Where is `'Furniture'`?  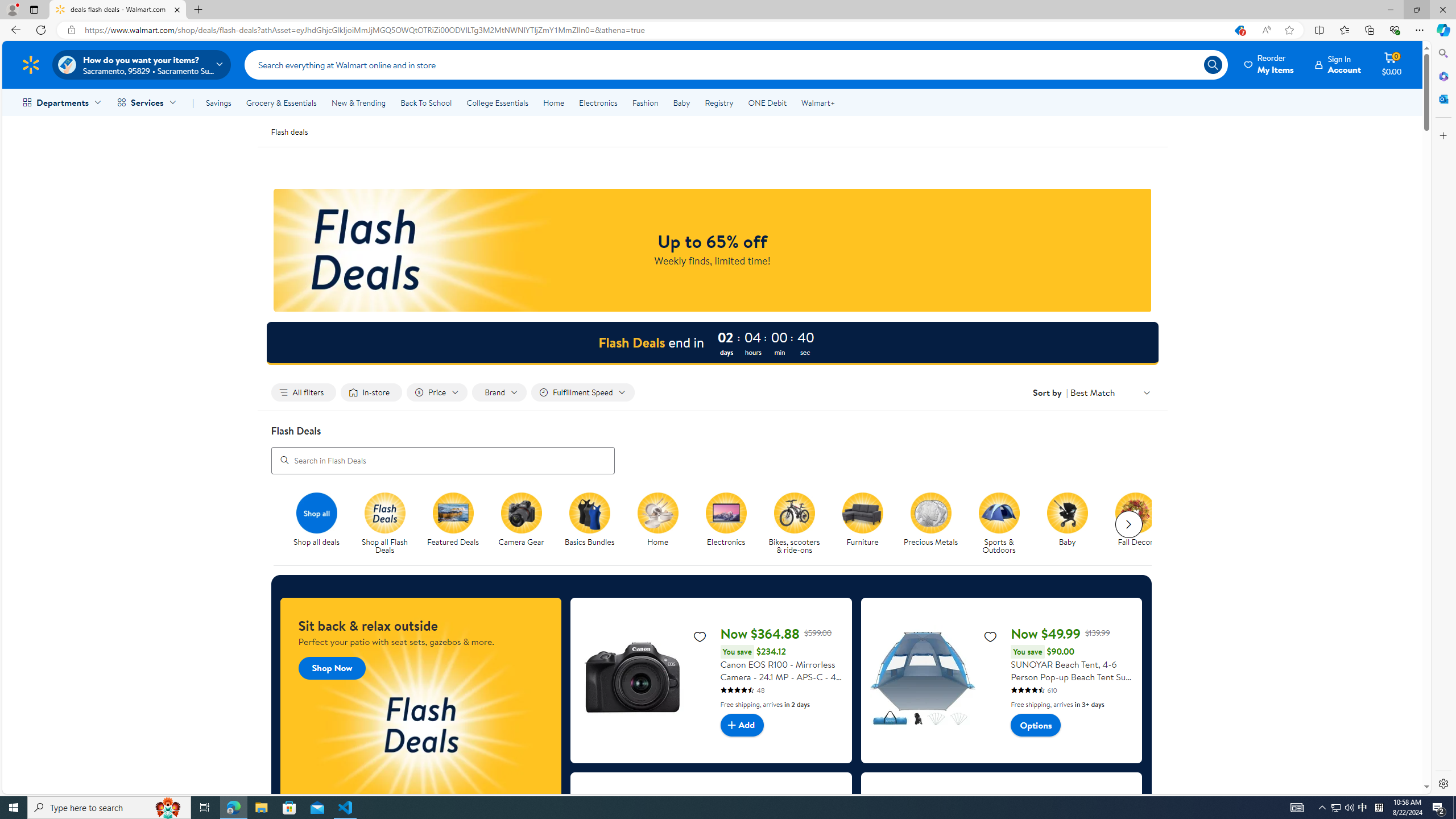
'Furniture' is located at coordinates (867, 523).